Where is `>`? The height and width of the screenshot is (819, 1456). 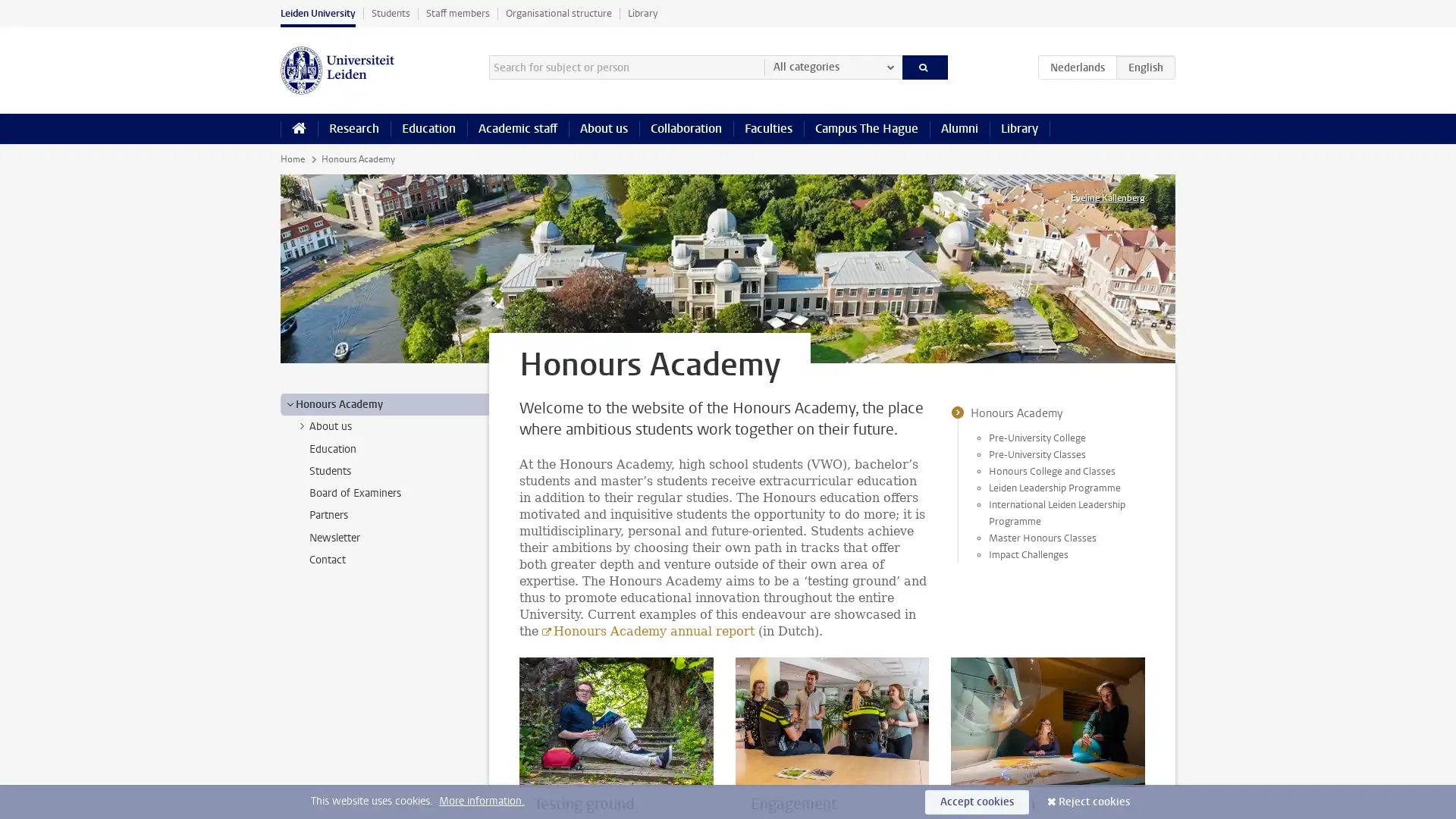 > is located at coordinates (302, 426).